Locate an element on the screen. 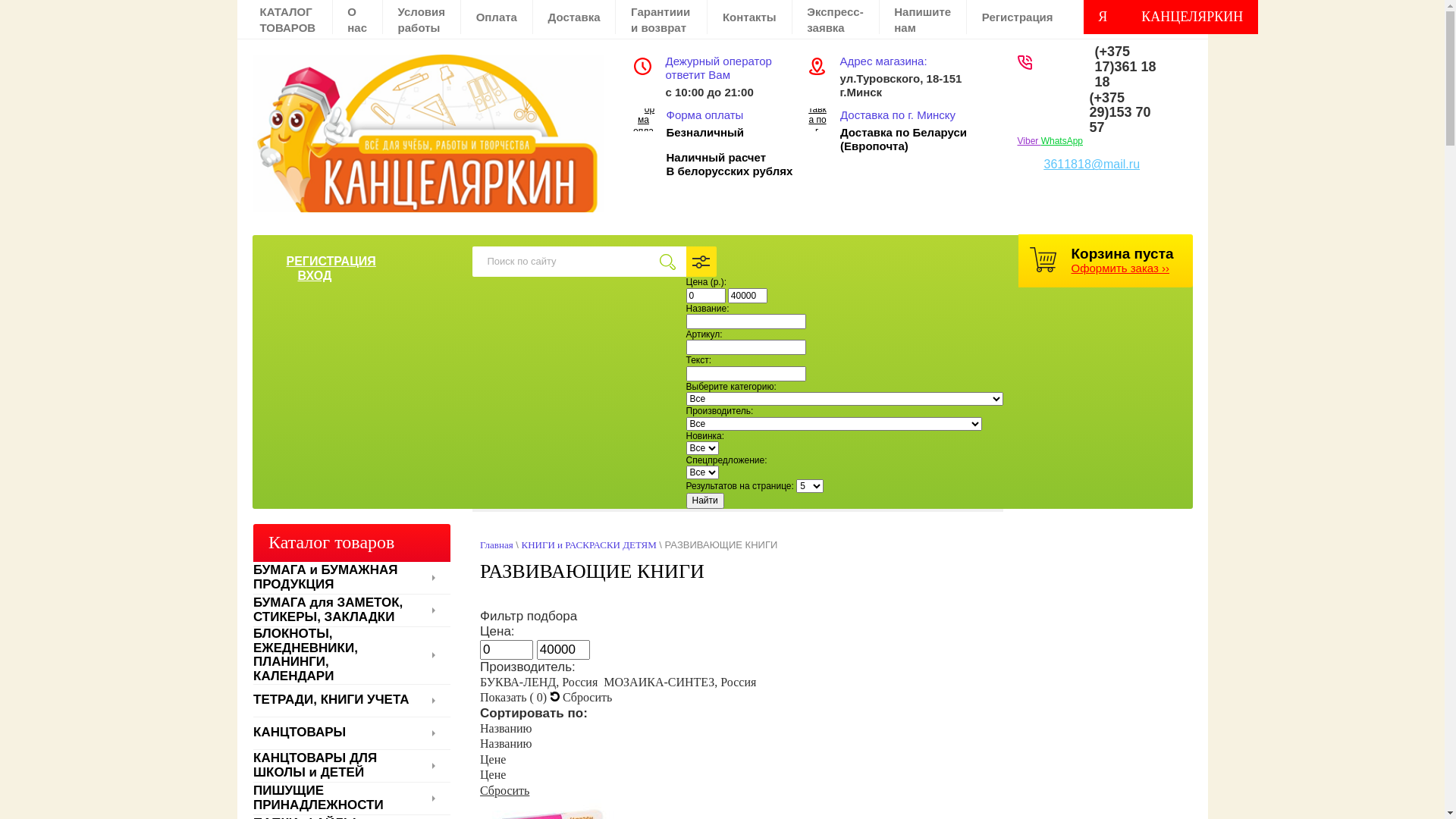 The width and height of the screenshot is (1456, 819). 'WhatsApp' is located at coordinates (1061, 140).